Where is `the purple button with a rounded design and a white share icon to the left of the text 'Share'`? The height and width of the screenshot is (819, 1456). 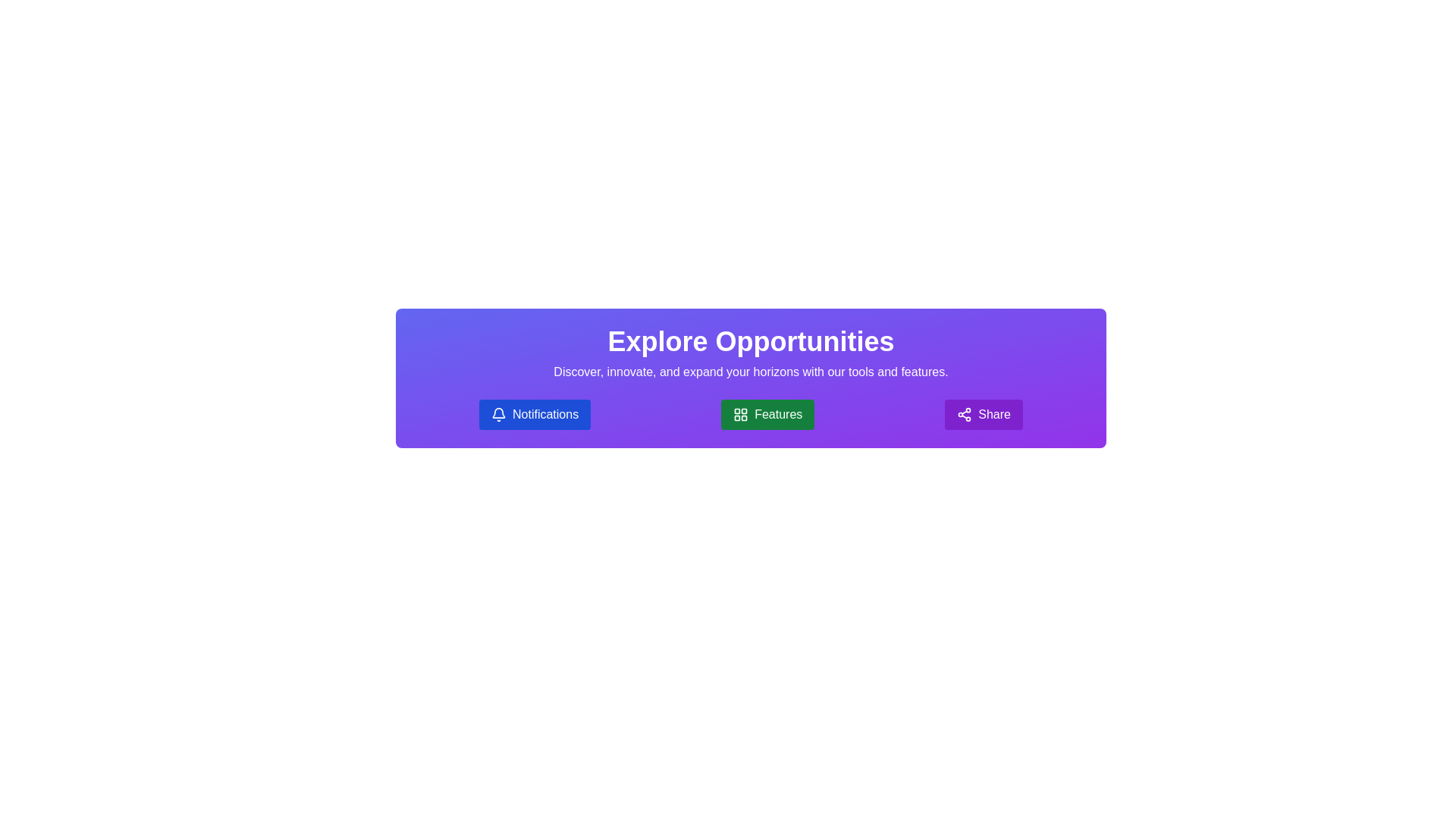
the purple button with a rounded design and a white share icon to the left of the text 'Share' is located at coordinates (984, 415).